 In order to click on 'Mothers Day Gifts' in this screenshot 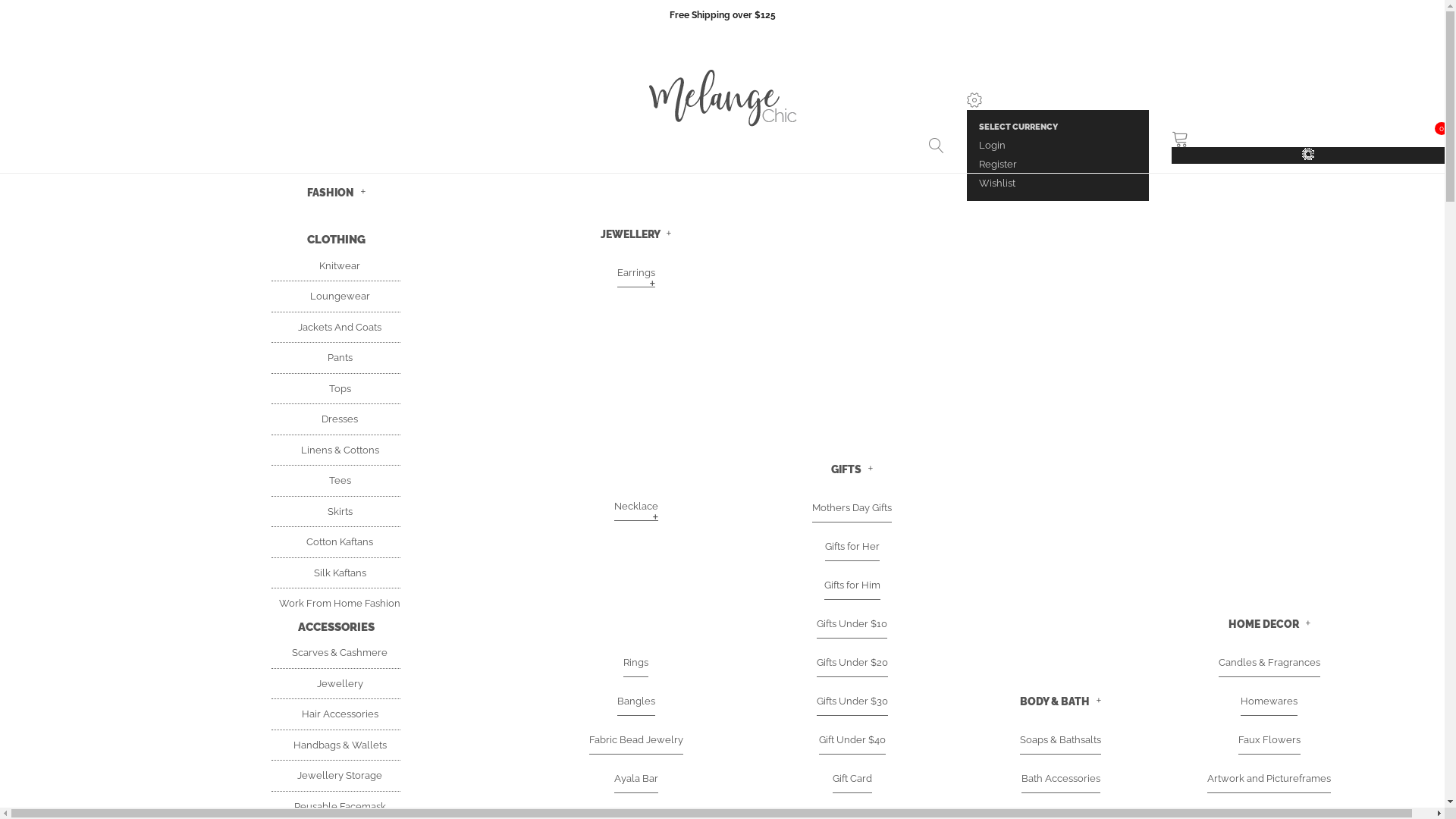, I will do `click(852, 508)`.